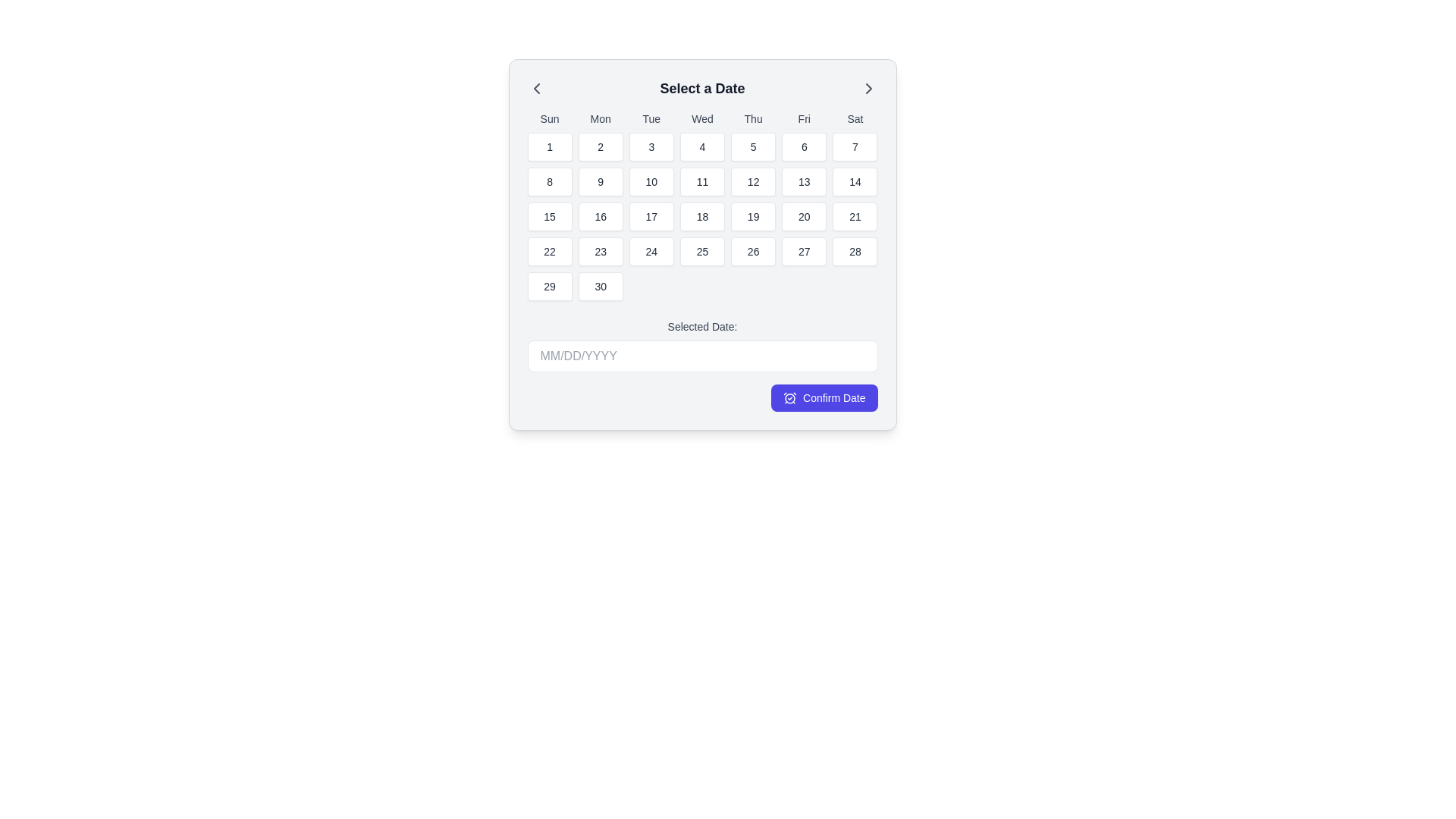 The height and width of the screenshot is (819, 1456). What do you see at coordinates (855, 118) in the screenshot?
I see `the non-interactive text label representing Saturday in the weekly calendar header` at bounding box center [855, 118].